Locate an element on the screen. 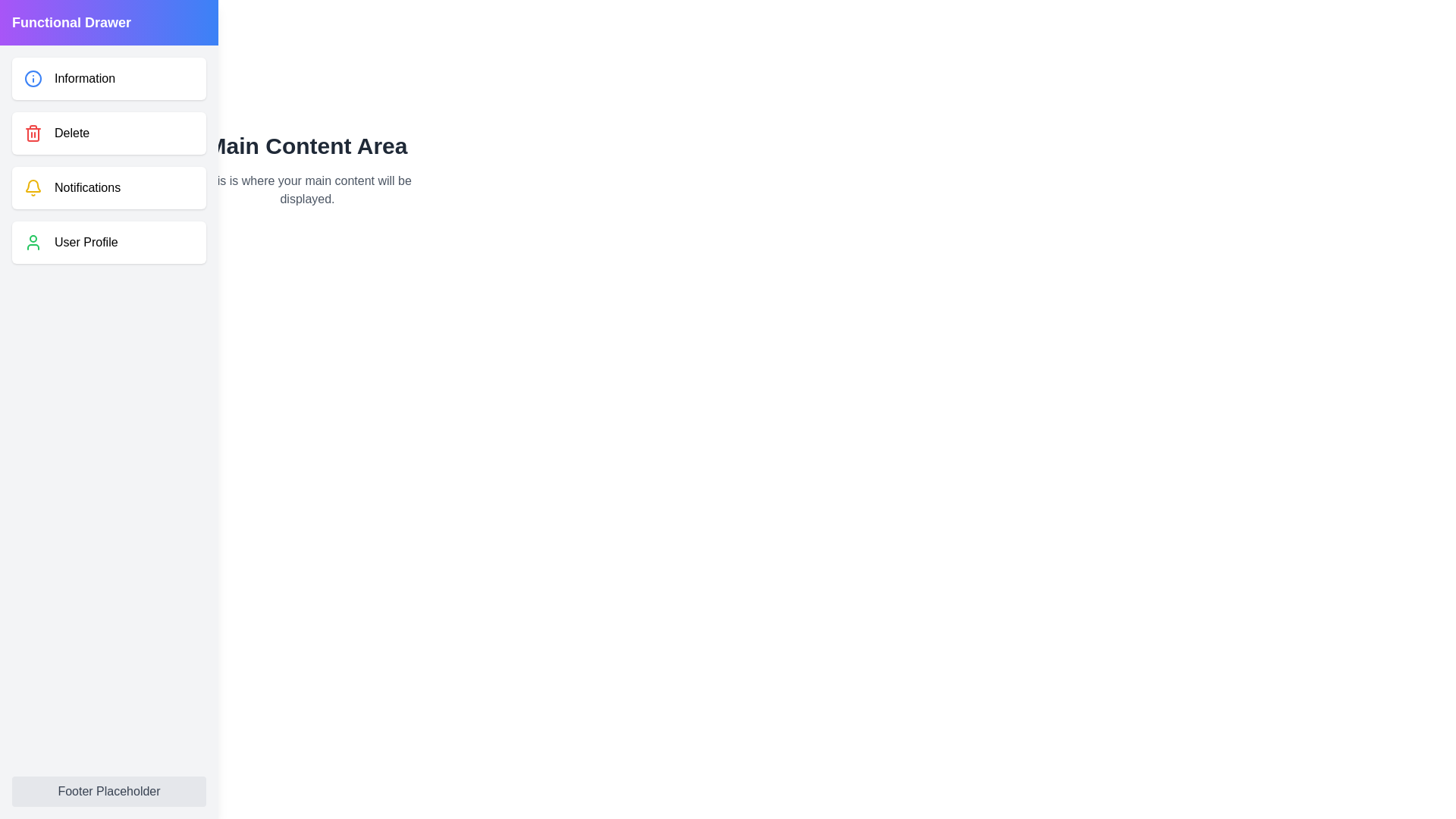  the 'Information' button, which is a rectangular element with a white background, blue circular border icon with 'i', and bold black text on the left navigation panel is located at coordinates (108, 79).